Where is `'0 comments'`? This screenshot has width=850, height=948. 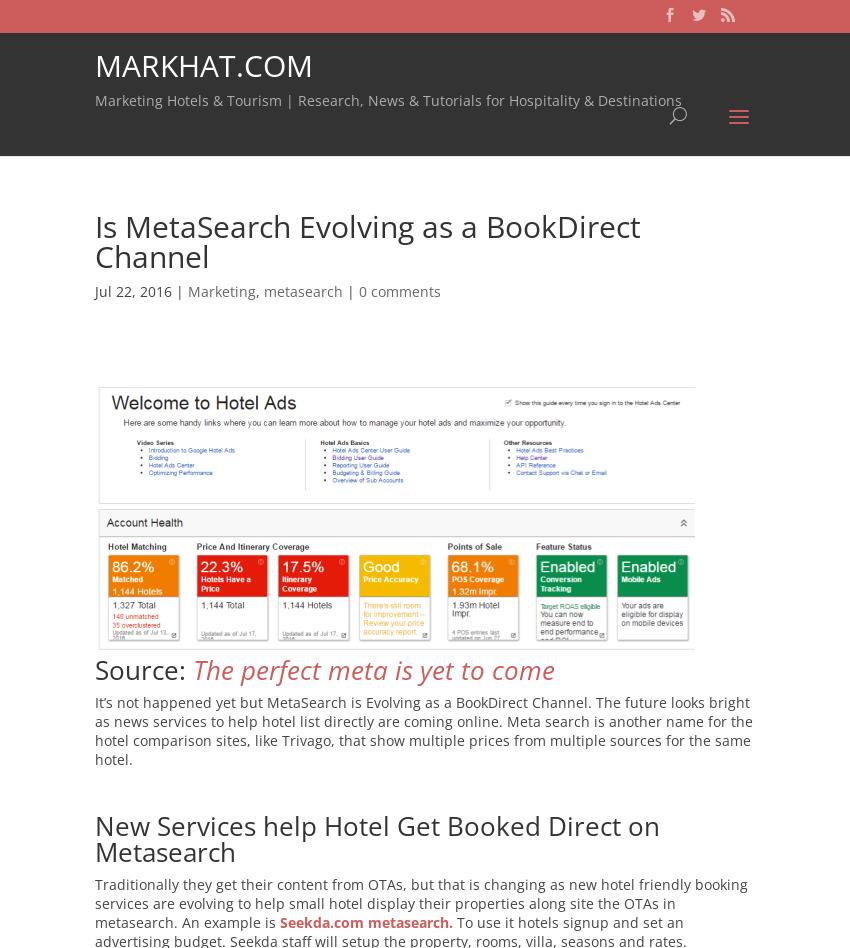 '0 comments' is located at coordinates (400, 291).